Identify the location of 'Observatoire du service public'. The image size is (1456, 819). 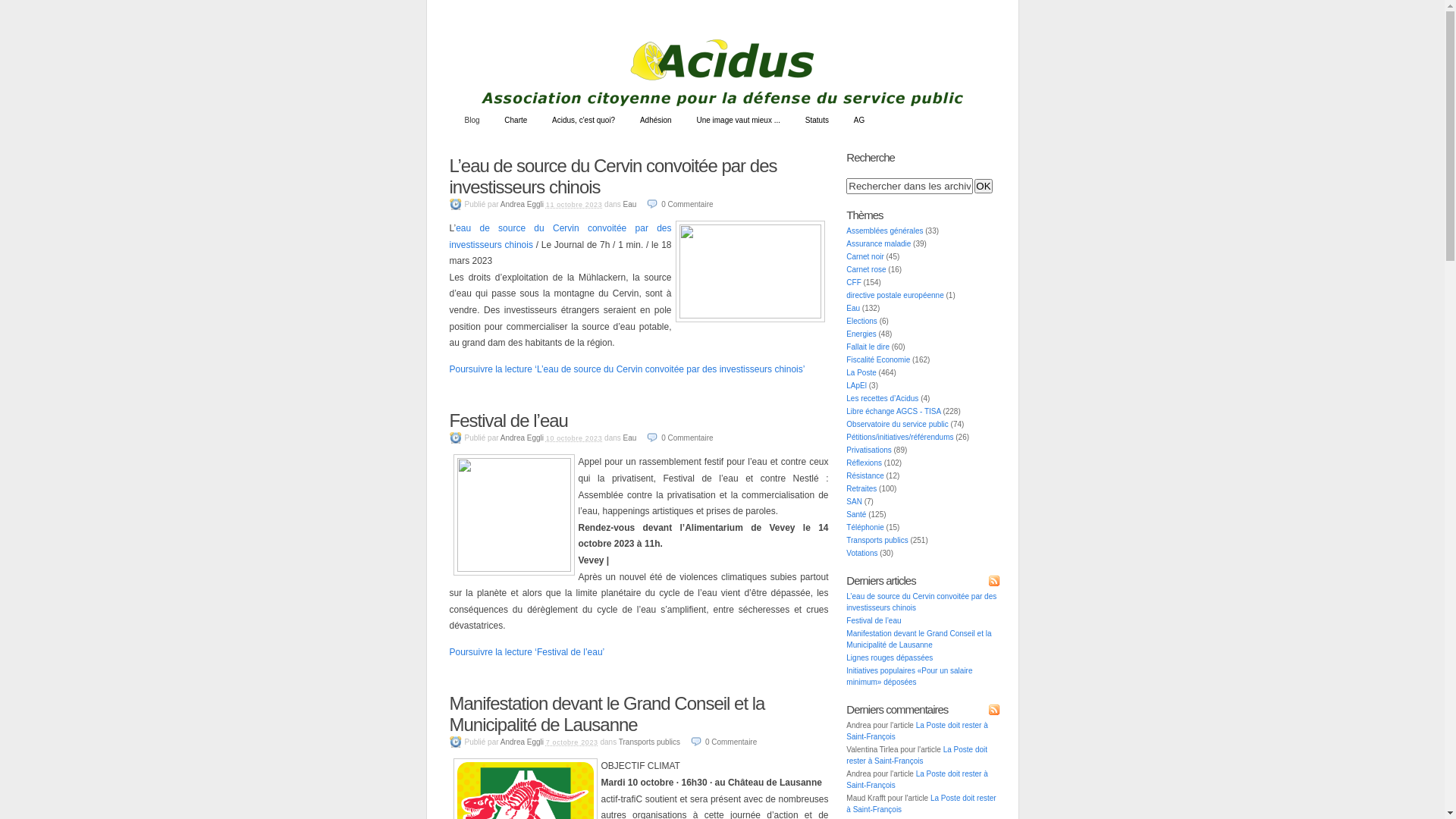
(897, 424).